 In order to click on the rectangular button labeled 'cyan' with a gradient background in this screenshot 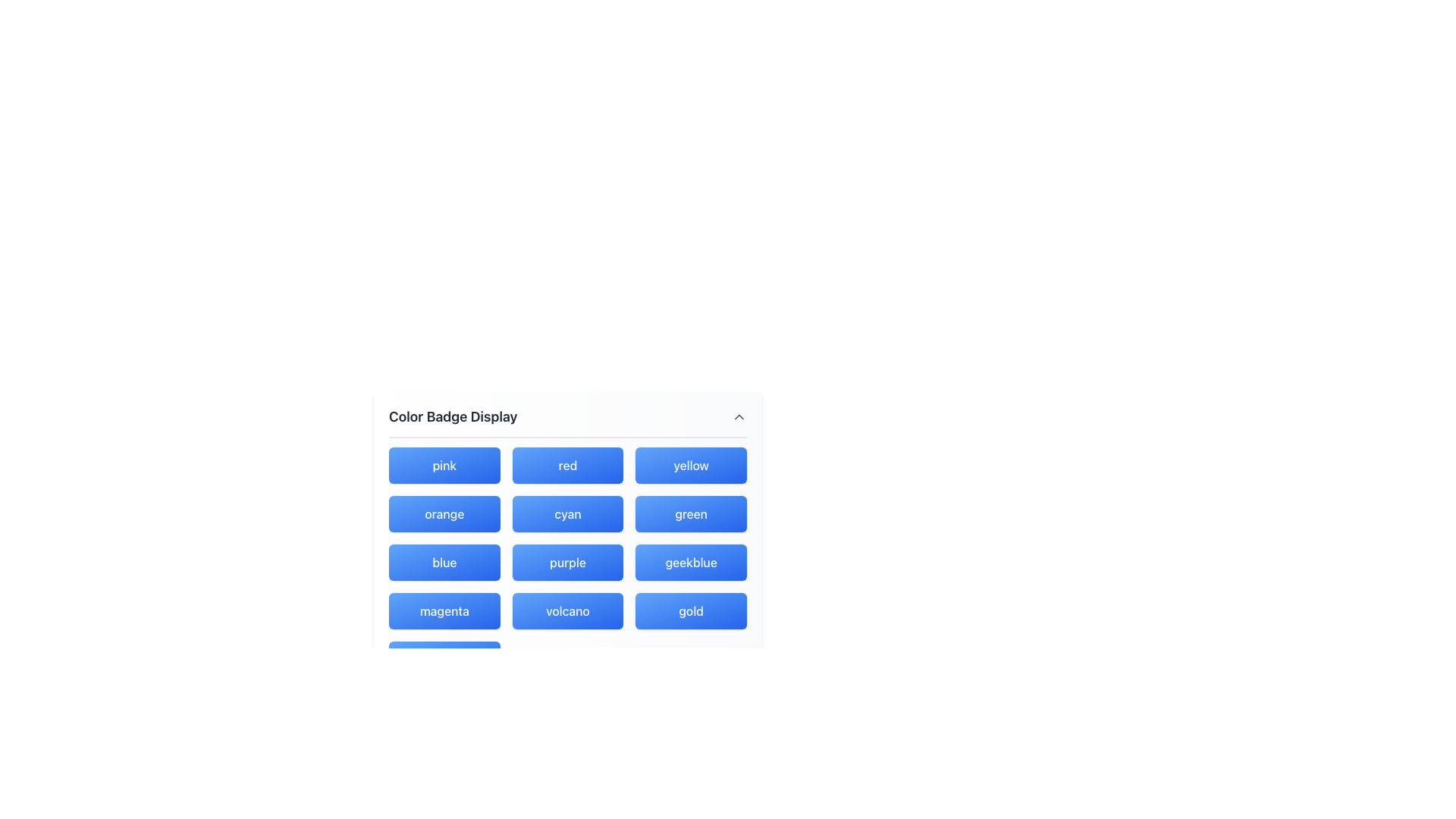, I will do `click(566, 513)`.